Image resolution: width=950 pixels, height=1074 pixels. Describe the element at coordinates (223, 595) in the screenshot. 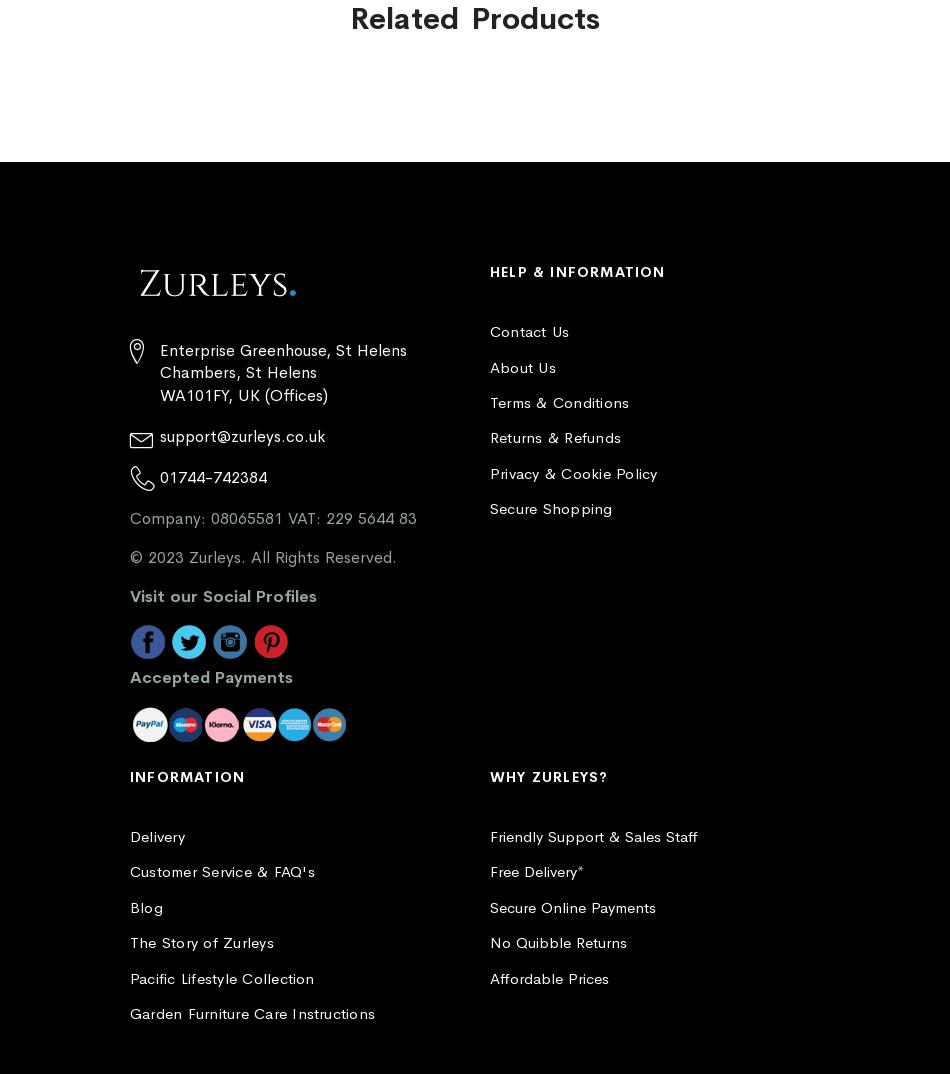

I see `'Visit our Social Profiles'` at that location.